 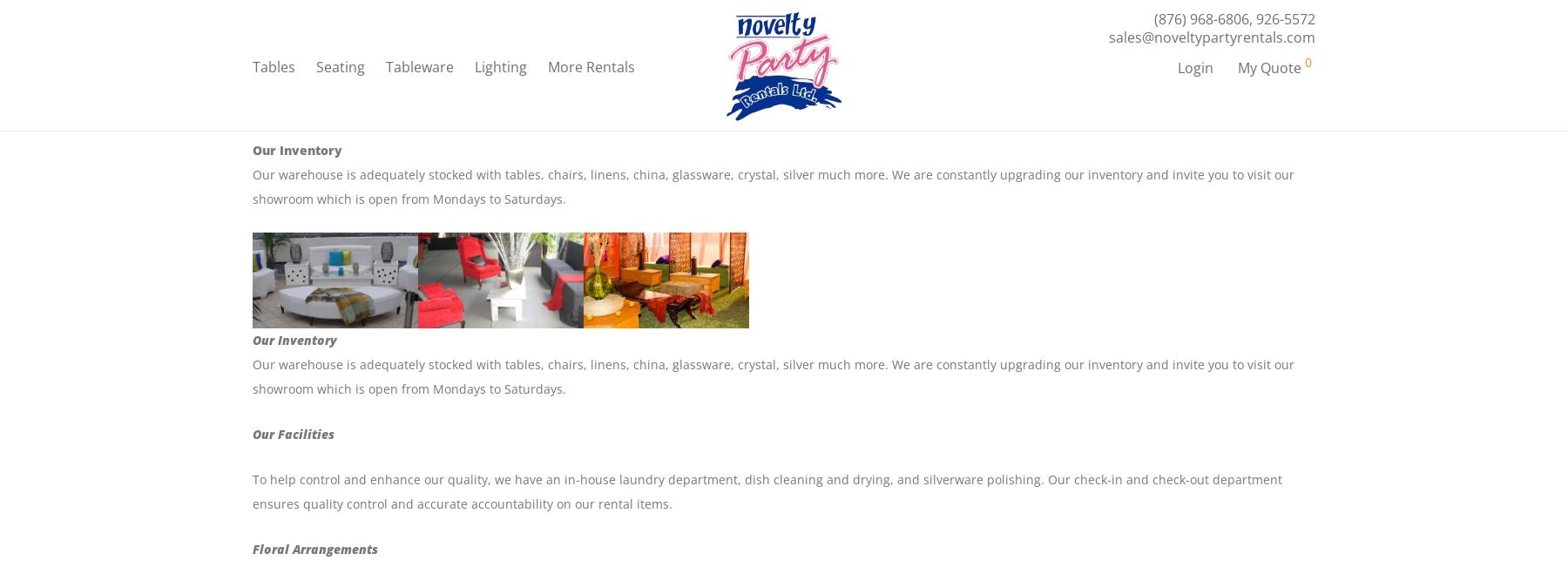 What do you see at coordinates (1252, 23) in the screenshot?
I see `','` at bounding box center [1252, 23].